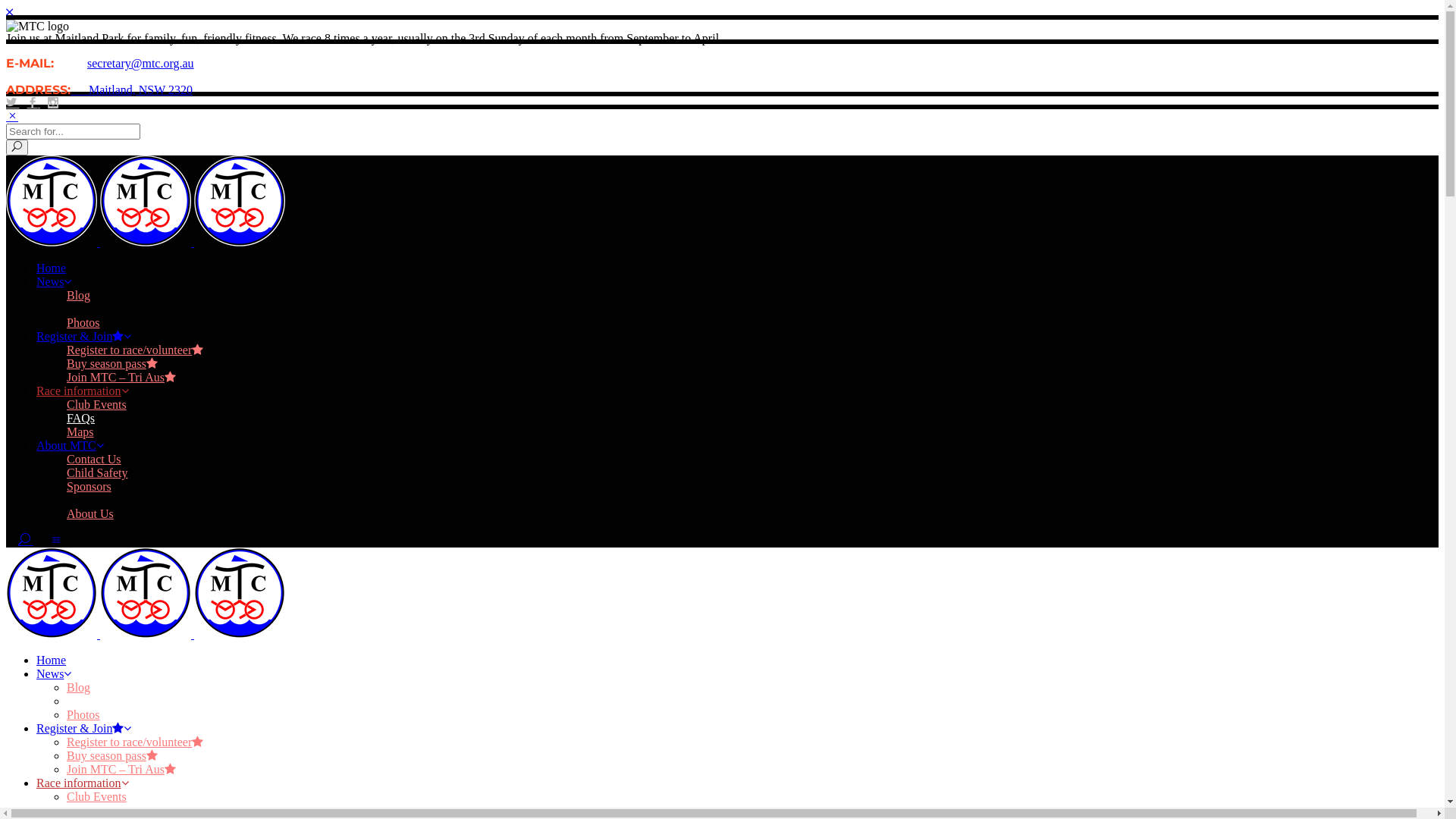  Describe the element at coordinates (65, 403) in the screenshot. I see `'Club Events'` at that location.